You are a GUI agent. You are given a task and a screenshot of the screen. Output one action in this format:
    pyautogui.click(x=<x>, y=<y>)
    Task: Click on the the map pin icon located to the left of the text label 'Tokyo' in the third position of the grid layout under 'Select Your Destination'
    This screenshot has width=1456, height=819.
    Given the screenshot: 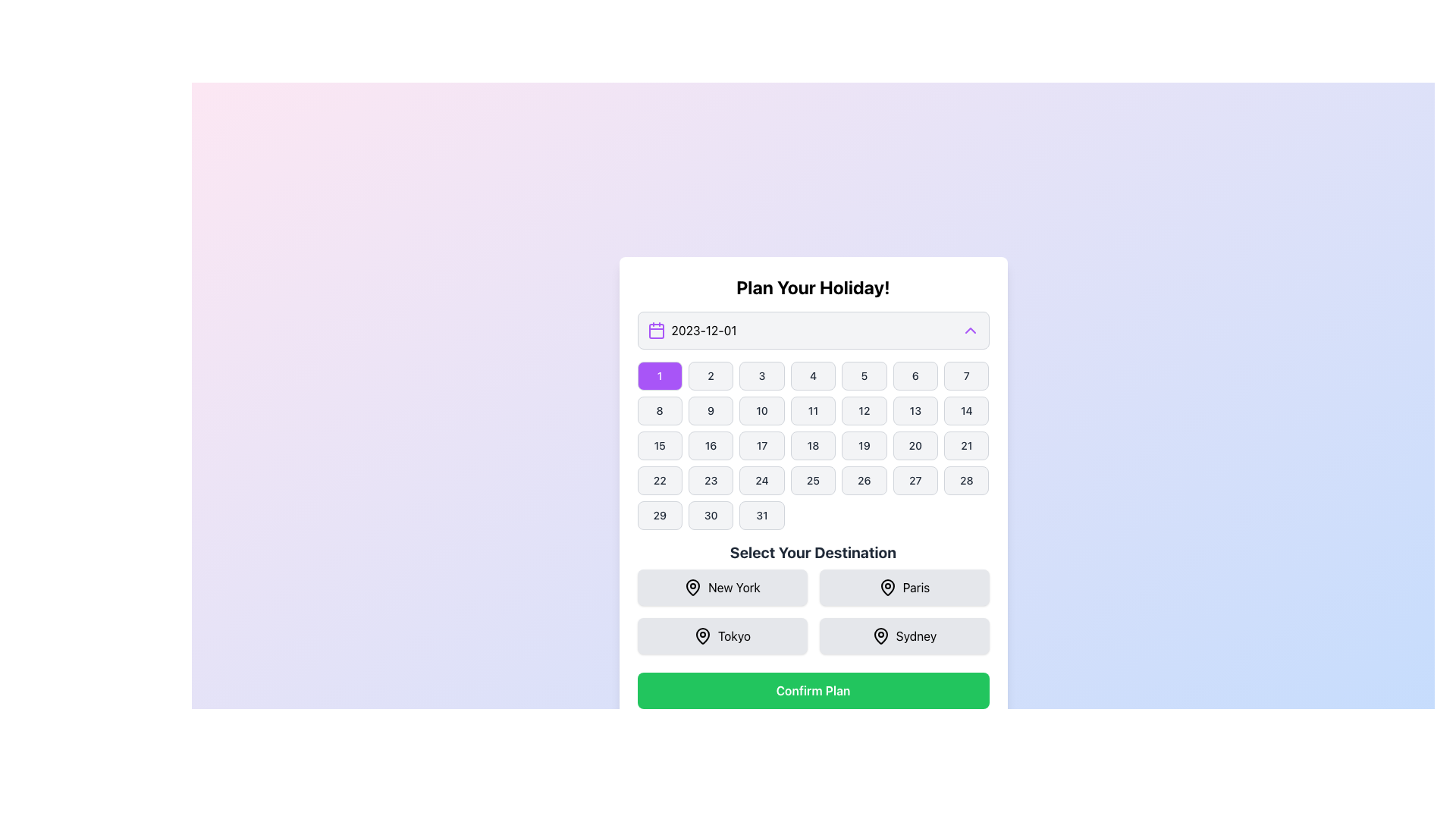 What is the action you would take?
    pyautogui.click(x=701, y=636)
    